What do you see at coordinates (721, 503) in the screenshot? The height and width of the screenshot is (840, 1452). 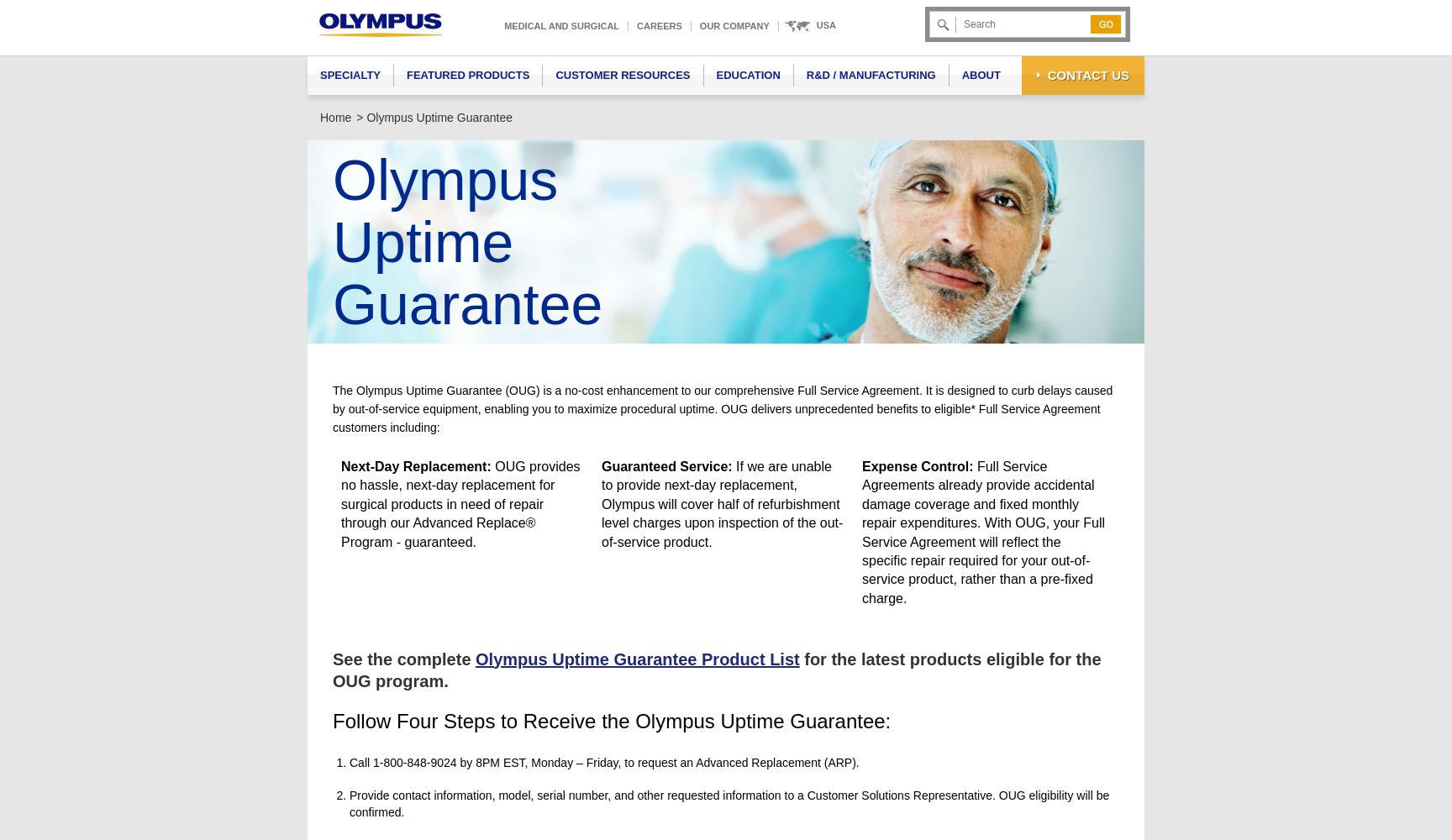 I see `'If we are unable to provide next-day replacement, Olympus will cover half of refurbishment level charges upon inspection of the out-of-service product.'` at bounding box center [721, 503].